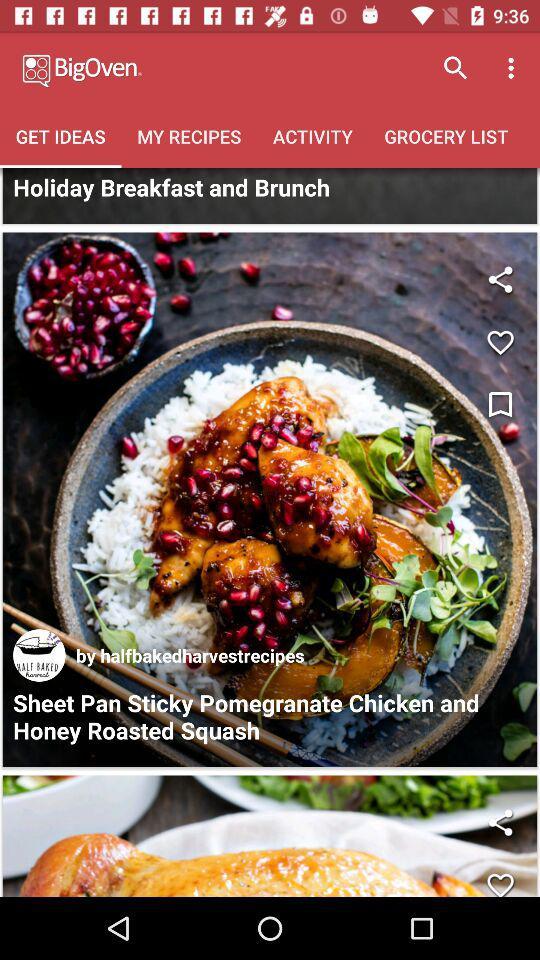  What do you see at coordinates (499, 404) in the screenshot?
I see `wish list icon` at bounding box center [499, 404].